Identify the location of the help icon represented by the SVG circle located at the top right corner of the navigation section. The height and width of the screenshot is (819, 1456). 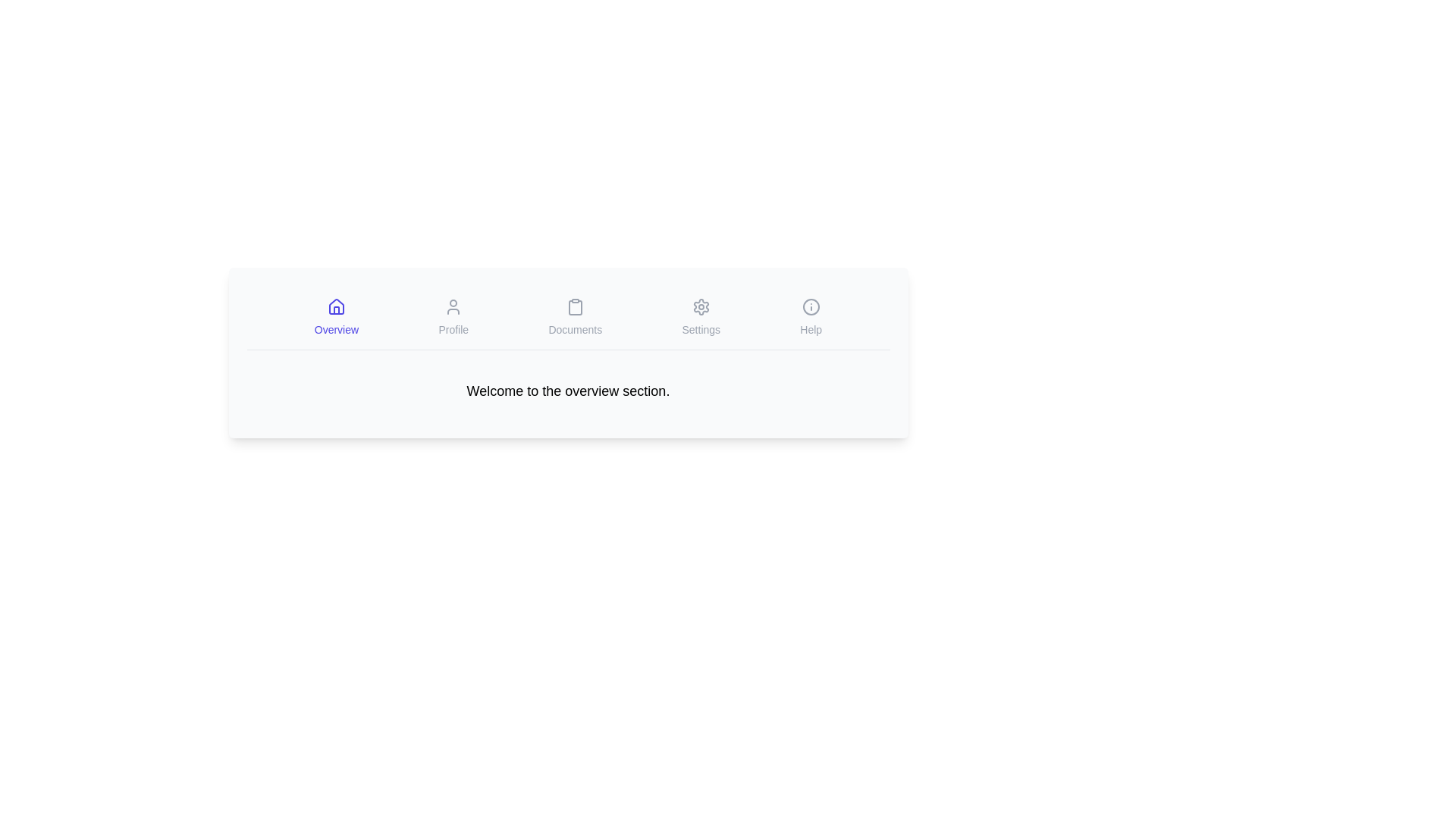
(810, 307).